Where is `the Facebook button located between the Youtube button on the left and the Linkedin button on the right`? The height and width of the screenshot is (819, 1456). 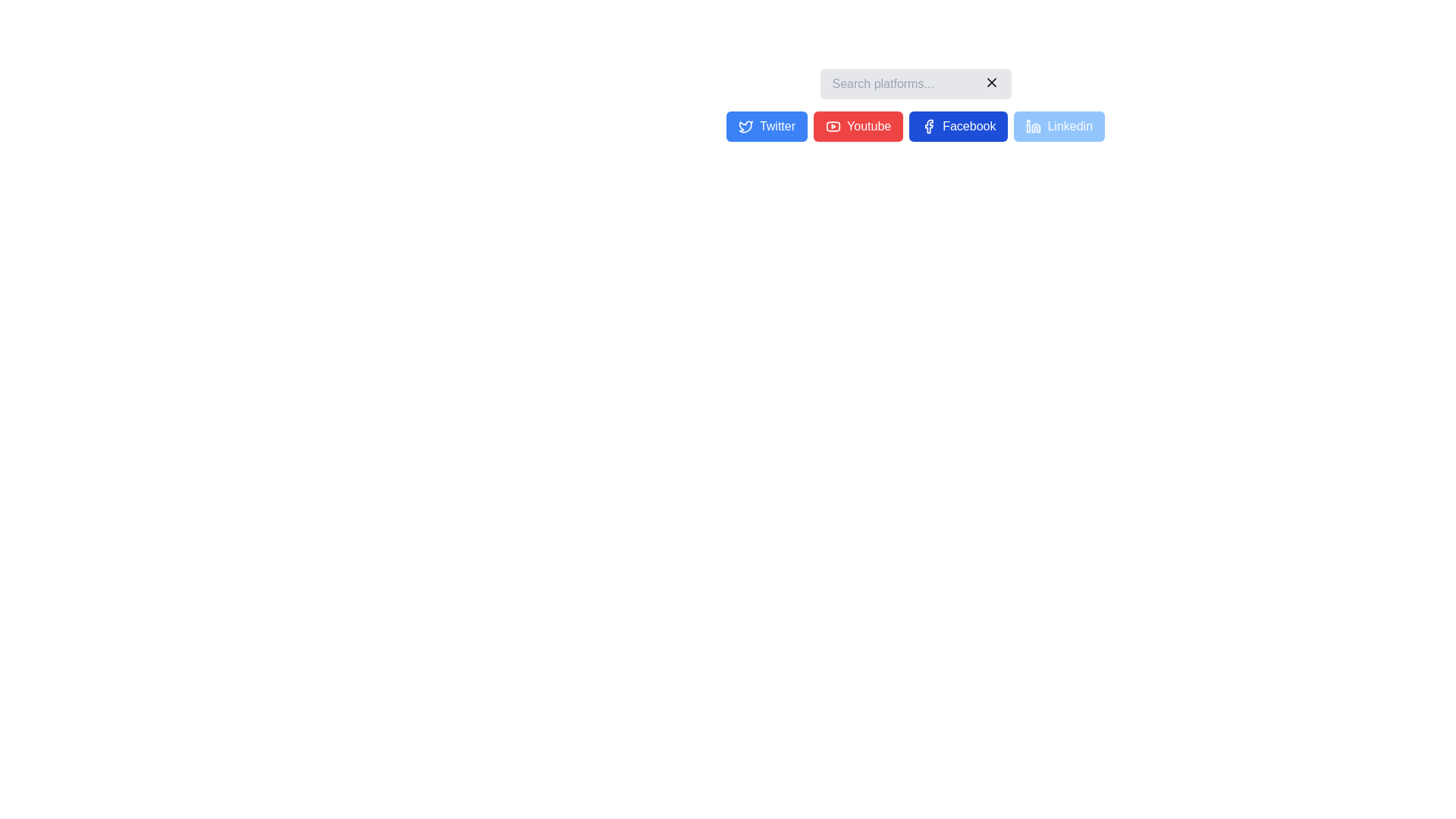
the Facebook button located between the Youtube button on the left and the Linkedin button on the right is located at coordinates (957, 125).